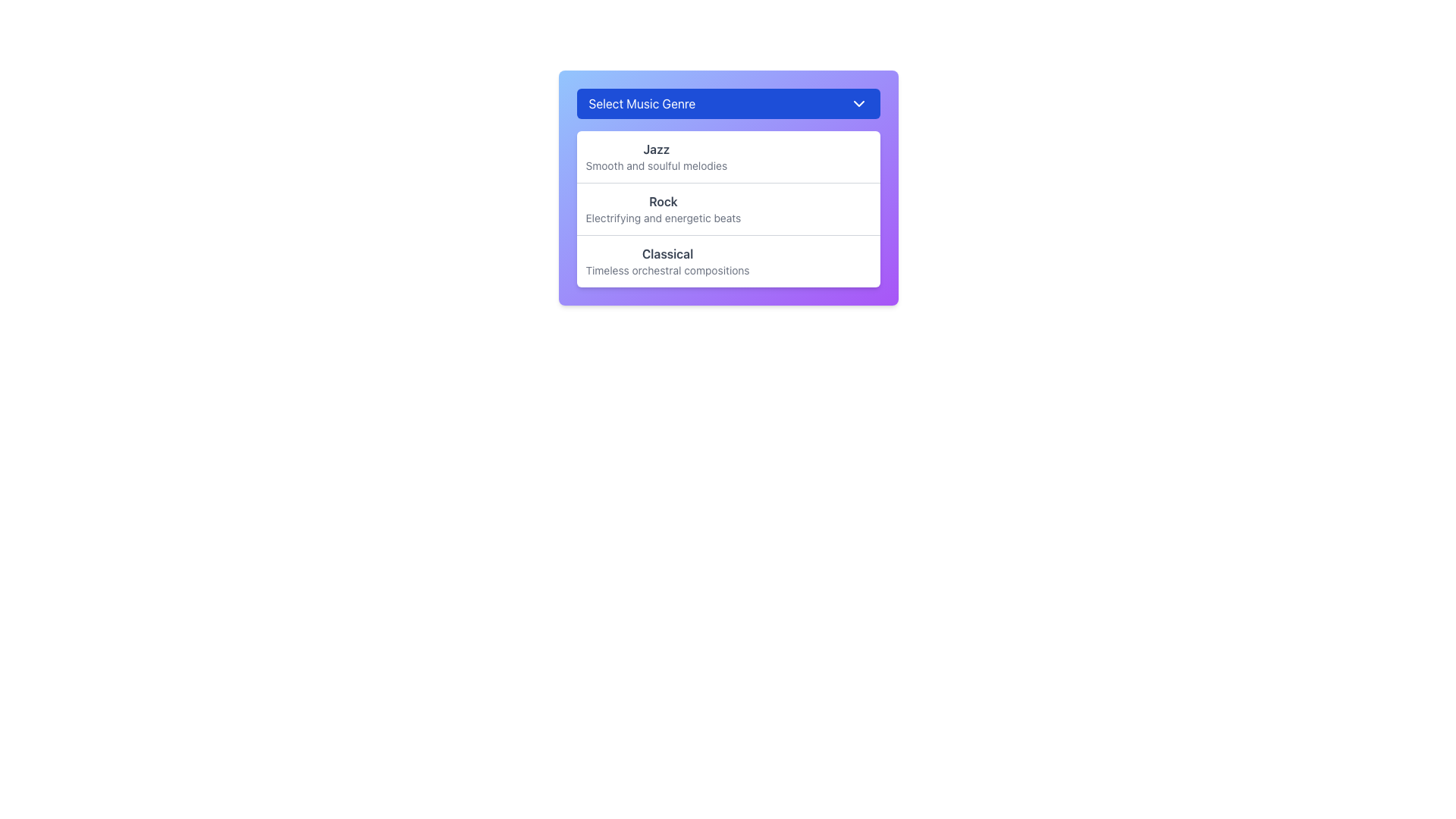 The height and width of the screenshot is (819, 1456). Describe the element at coordinates (667, 260) in the screenshot. I see `the 'Classical' option in the Select Music Genre dropdown menu` at that location.